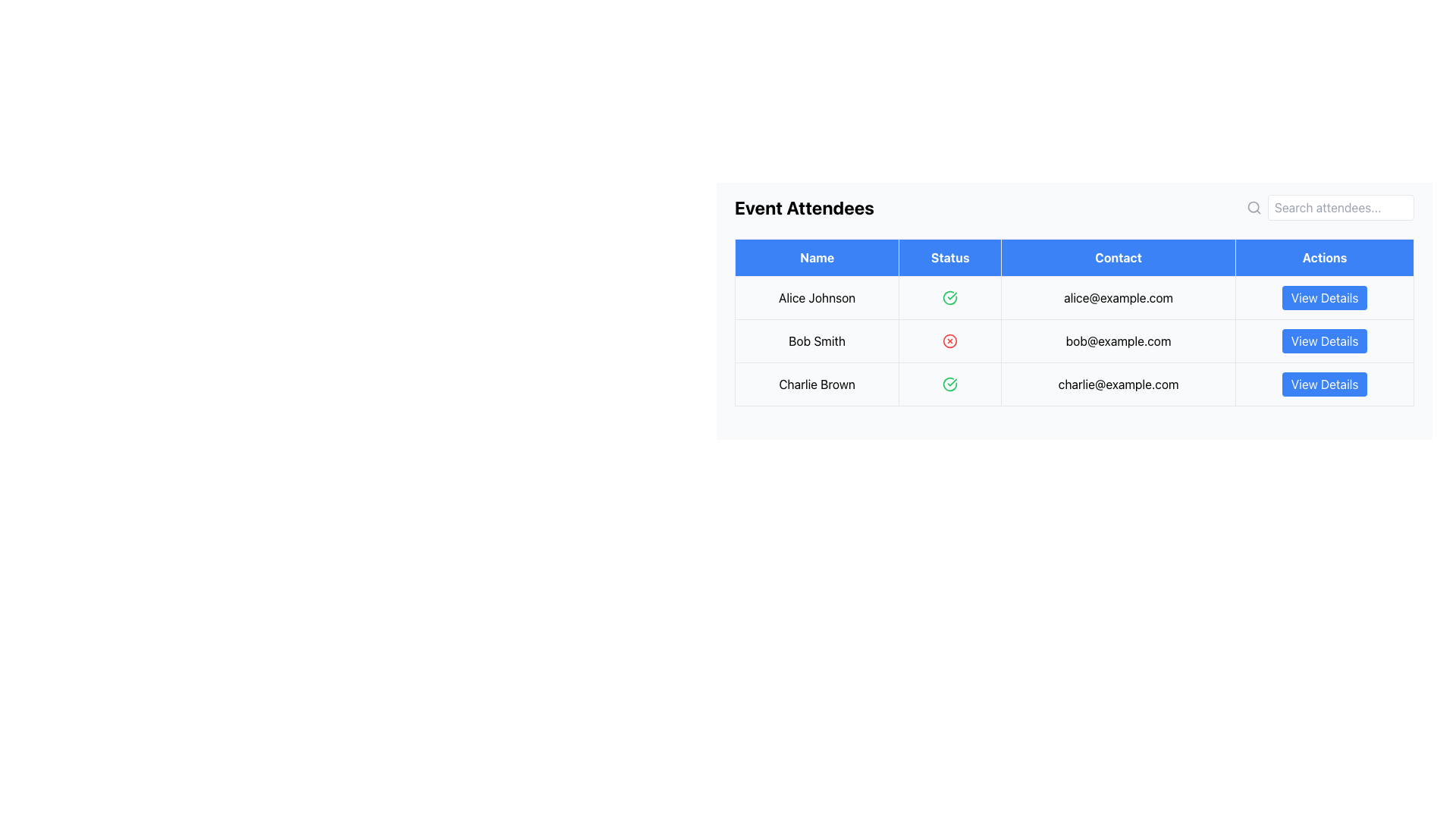 The width and height of the screenshot is (1456, 819). I want to click on the red circular icon with a white border and a white cross inside, located in the 'Status' column for the row corresponding to 'Bob Smith', so click(949, 341).